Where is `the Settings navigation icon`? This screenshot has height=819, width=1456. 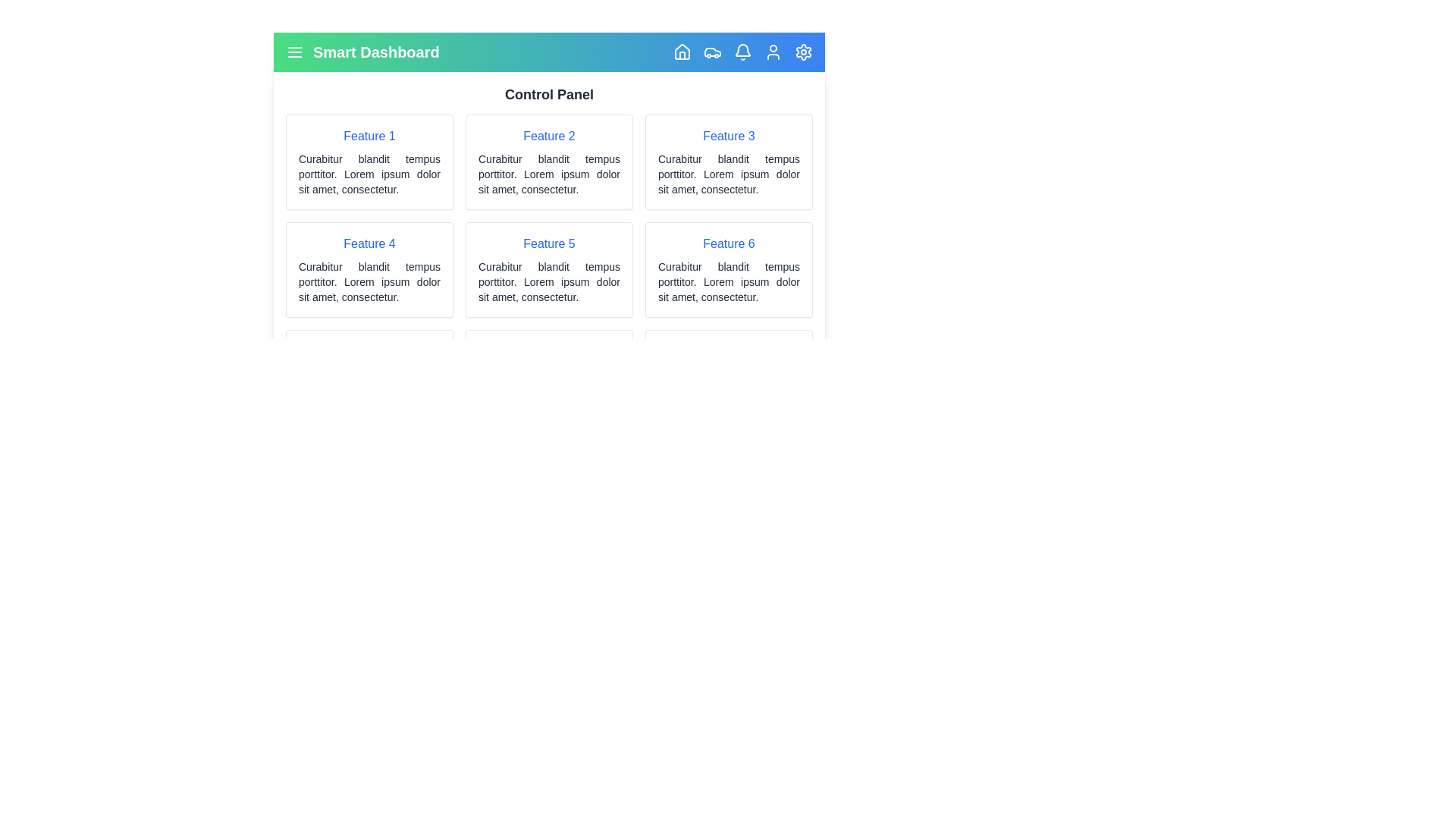 the Settings navigation icon is located at coordinates (803, 52).